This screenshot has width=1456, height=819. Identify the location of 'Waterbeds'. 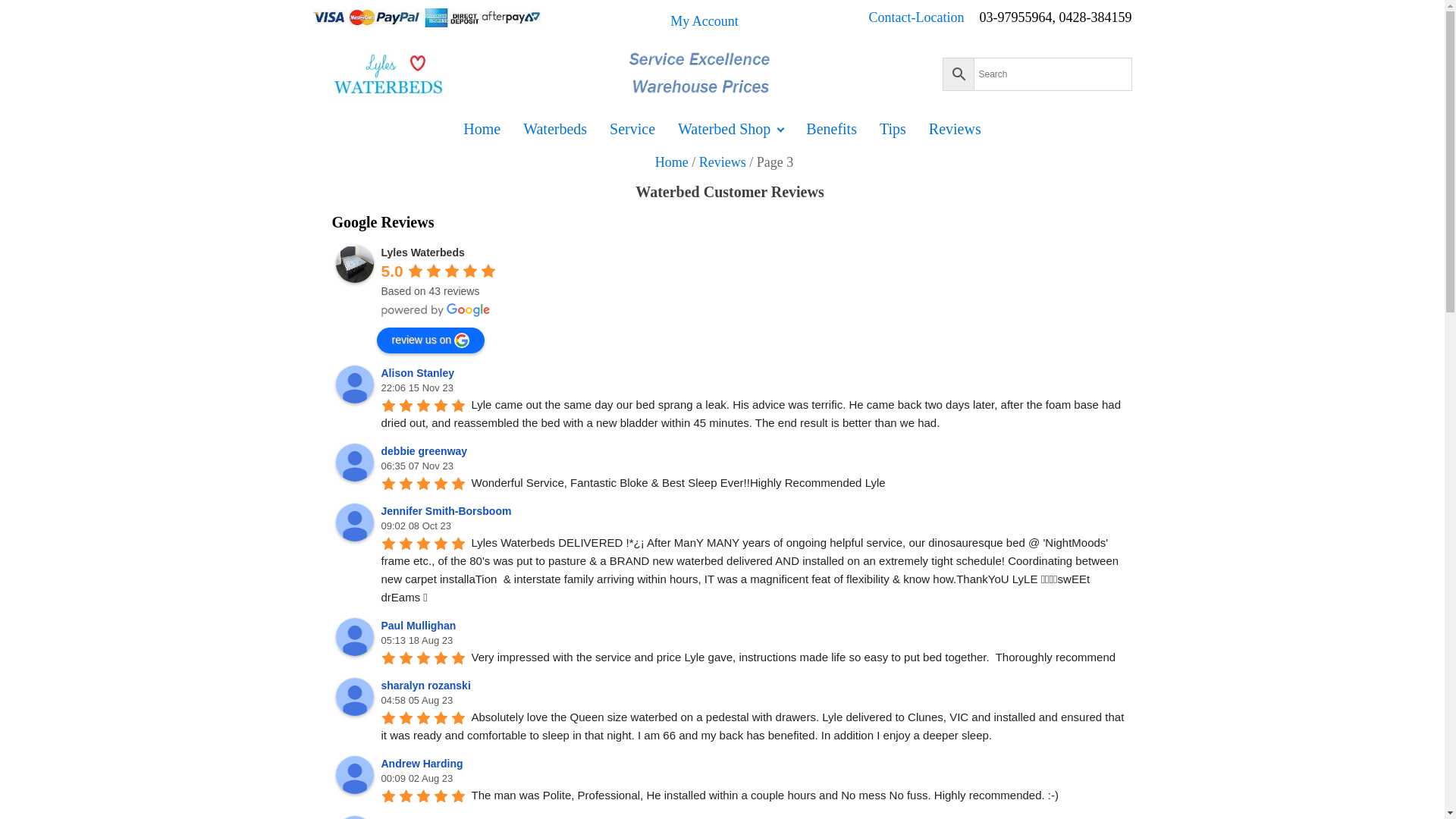
(554, 127).